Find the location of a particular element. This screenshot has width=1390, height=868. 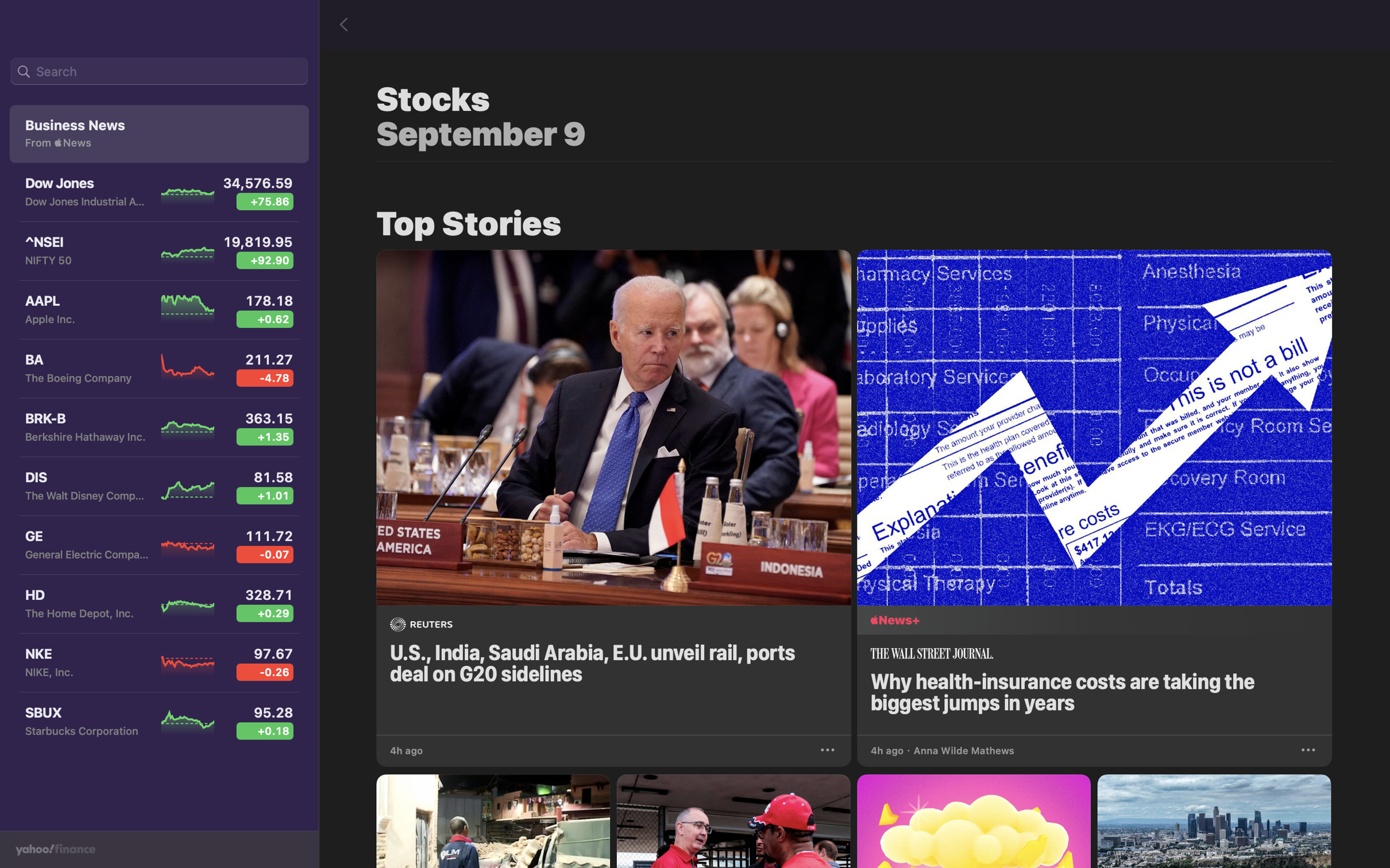

Search for the "Adobe" stock in the bar on top left is located at coordinates (159, 72).